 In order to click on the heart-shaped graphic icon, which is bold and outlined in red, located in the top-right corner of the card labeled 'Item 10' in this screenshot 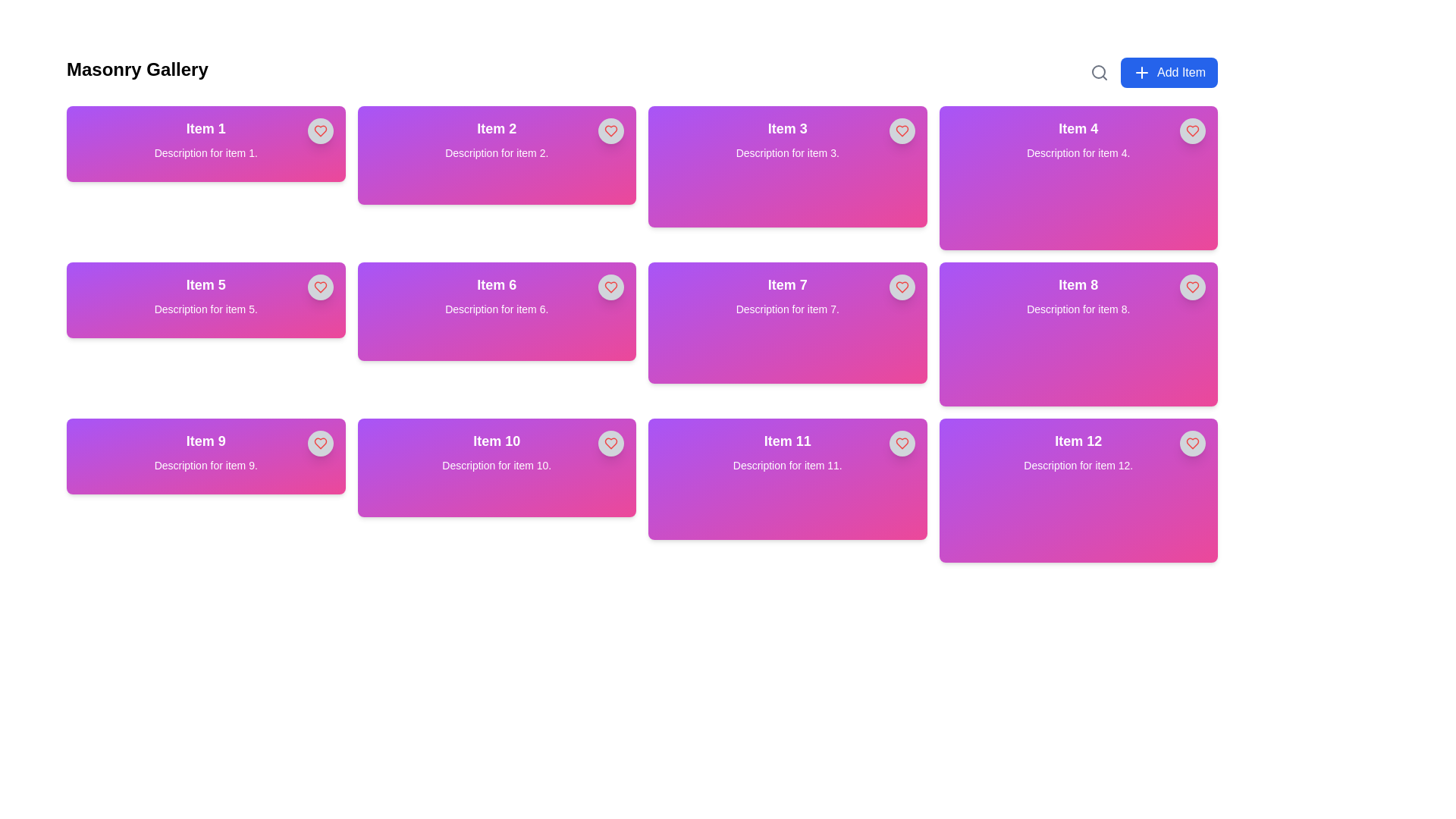, I will do `click(611, 444)`.